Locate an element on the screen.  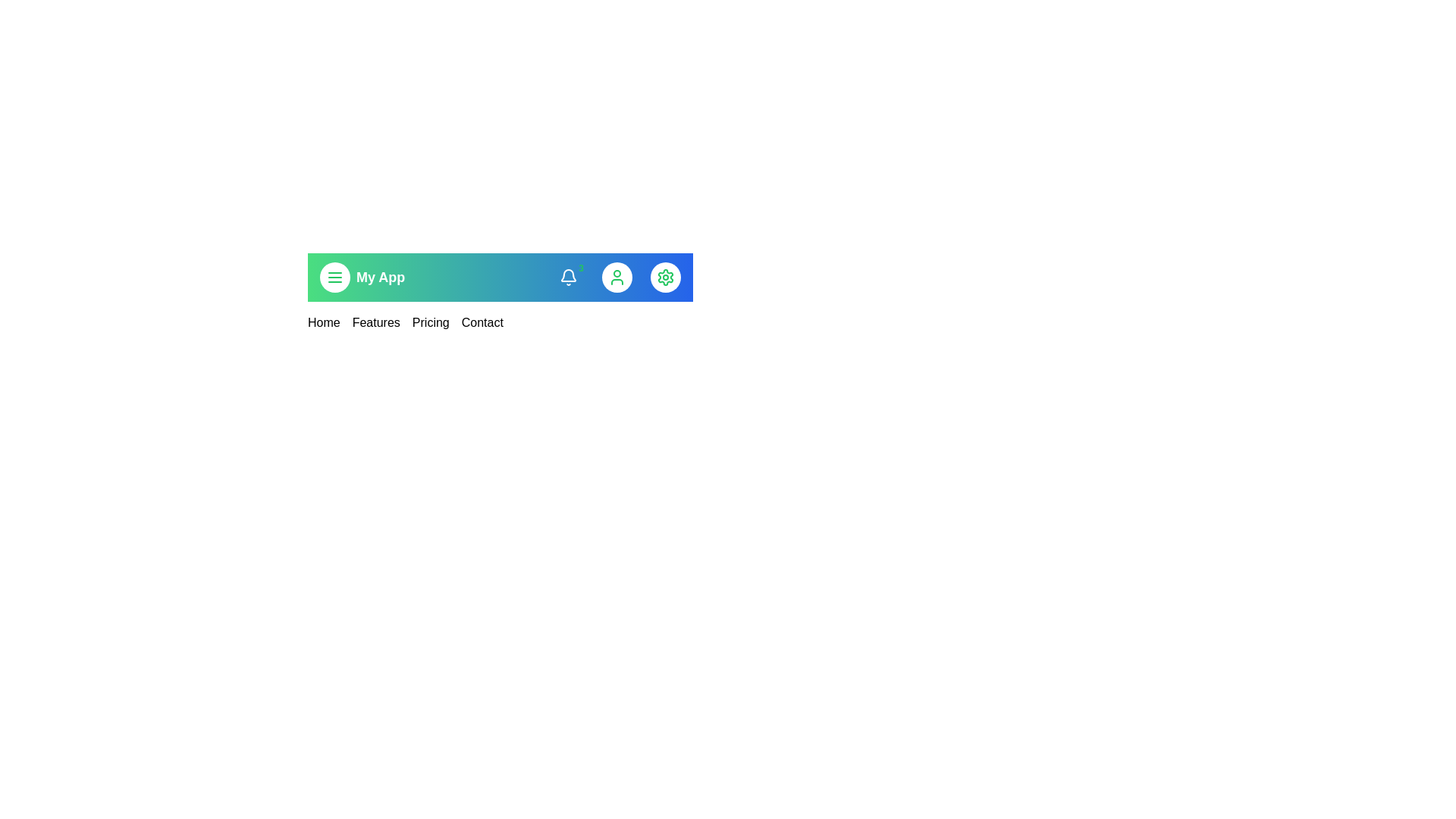
the menu link corresponding to Contact is located at coordinates (481, 322).